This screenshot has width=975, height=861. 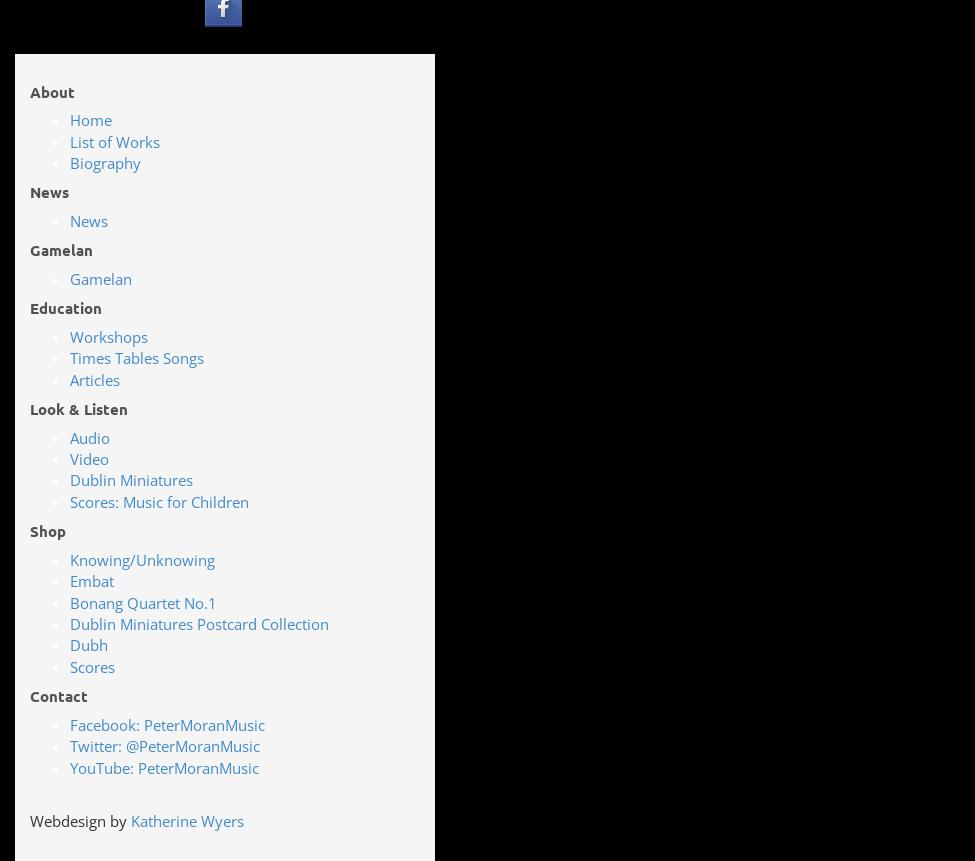 I want to click on 'Facebook: PeterMoranMusic', so click(x=166, y=723).